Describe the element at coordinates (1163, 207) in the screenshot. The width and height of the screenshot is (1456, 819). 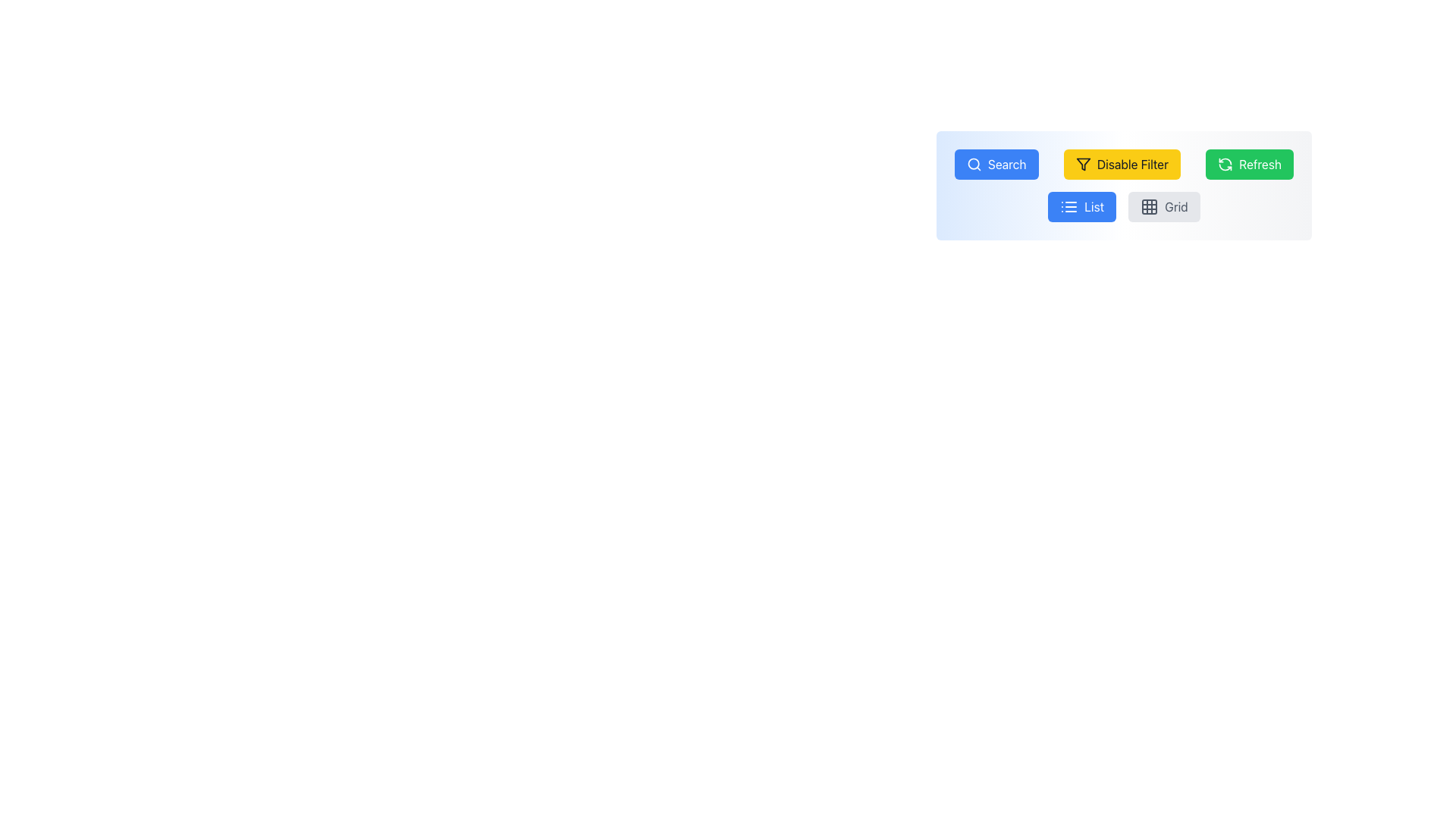
I see `the 'Grid' button, which is a rounded rectangular button in the top-right corner of the interface with a light gray background and dark gray text` at that location.